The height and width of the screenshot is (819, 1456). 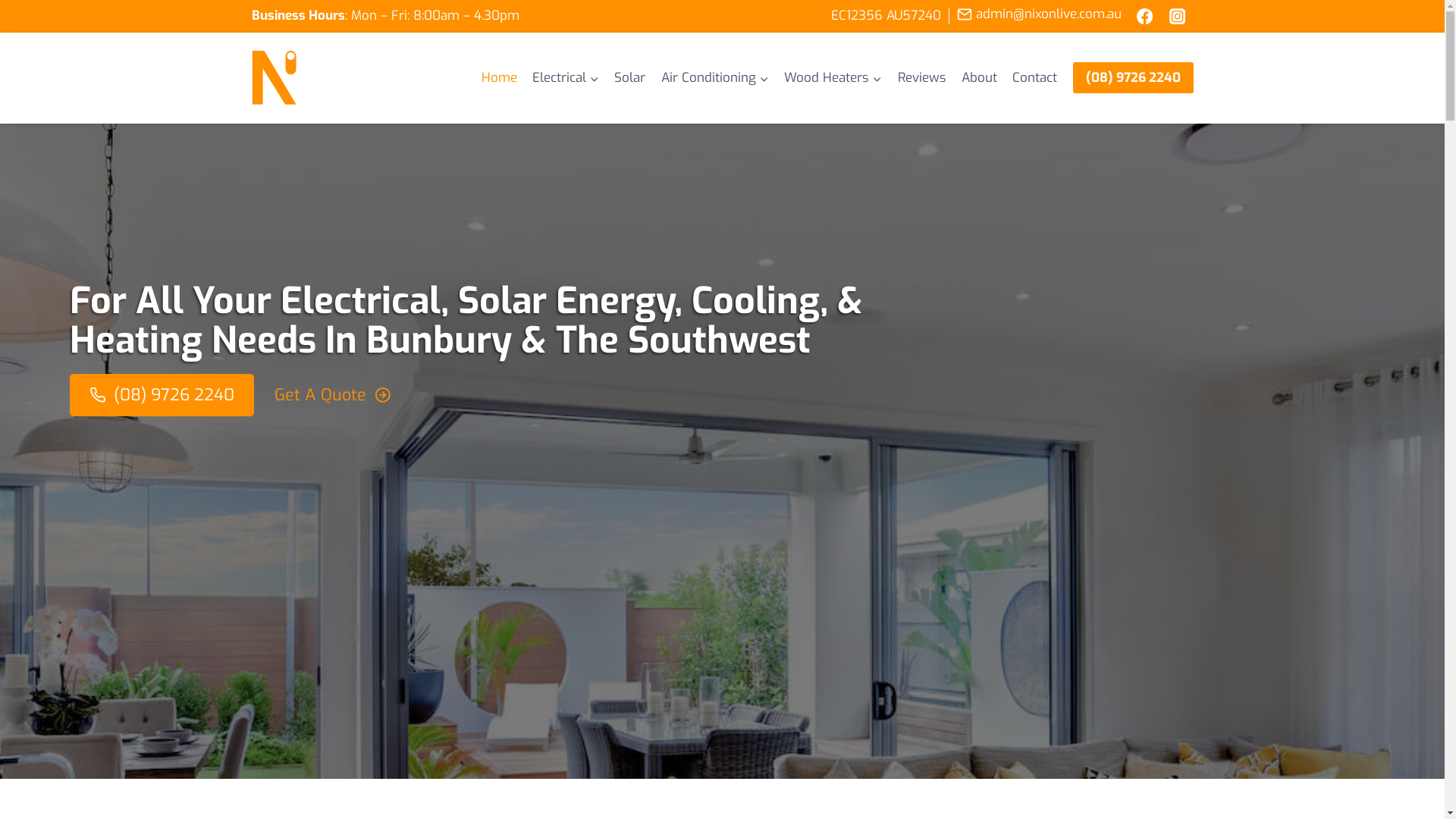 I want to click on '(08) 9726 2240', so click(x=162, y=394).